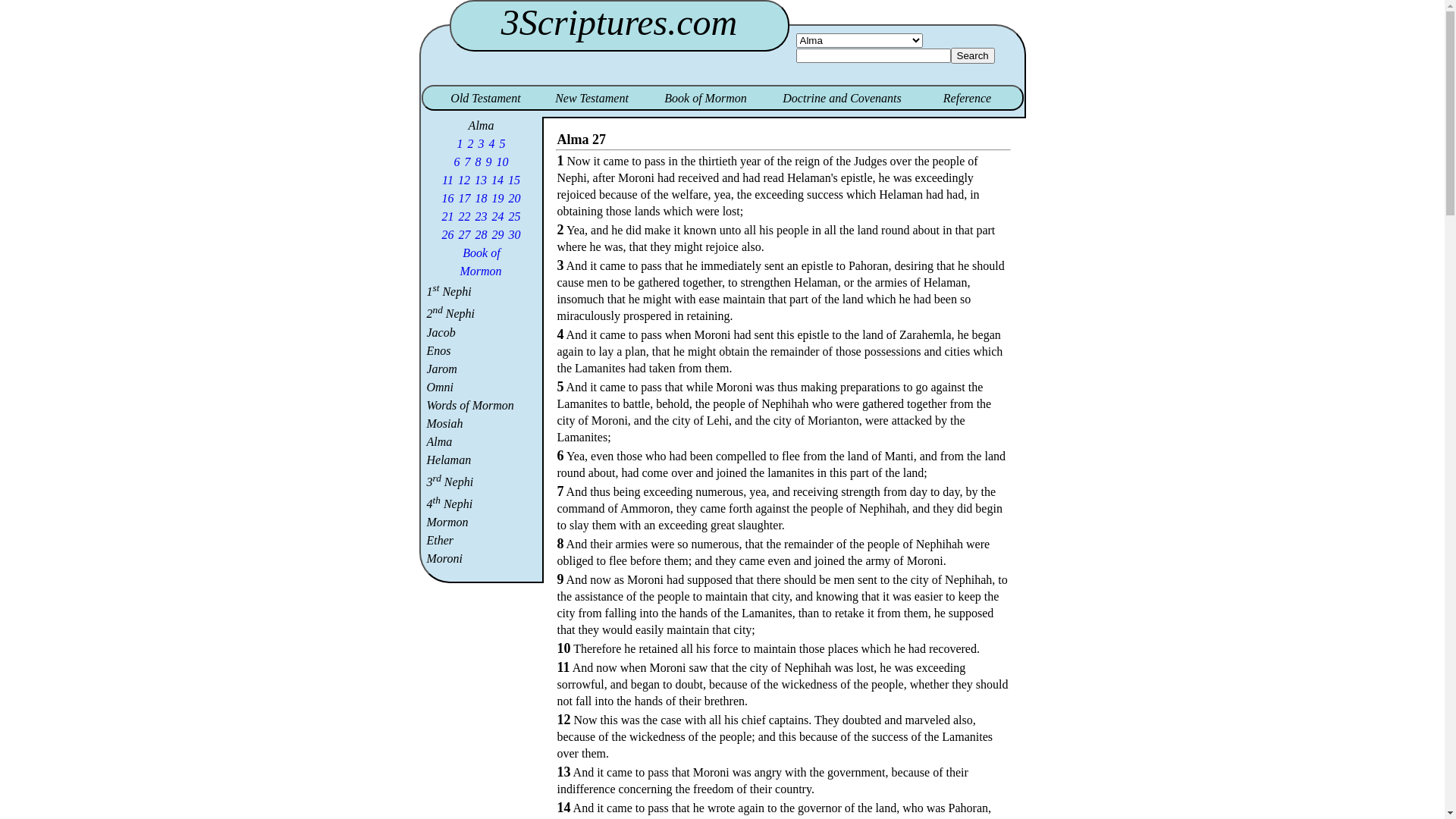  Describe the element at coordinates (513, 179) in the screenshot. I see `'15'` at that location.